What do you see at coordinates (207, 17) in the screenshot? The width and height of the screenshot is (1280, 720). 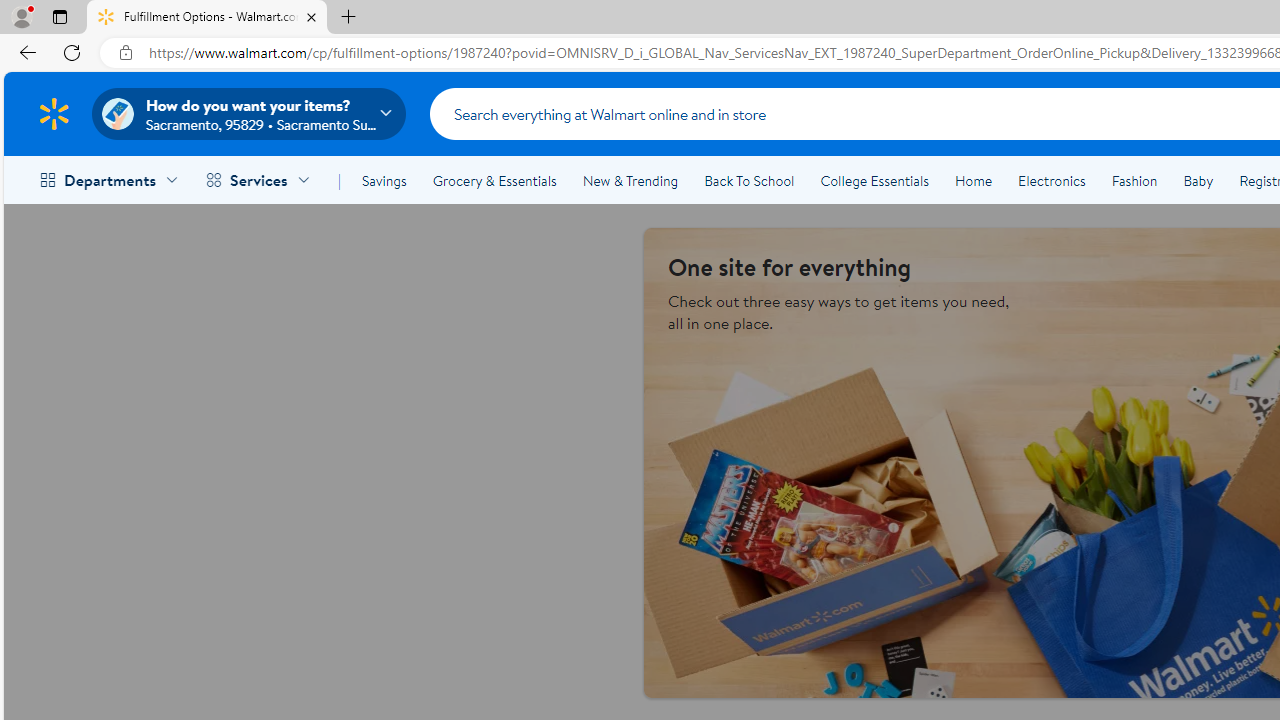 I see `'Fulfillment Options - Walmart.com'` at bounding box center [207, 17].